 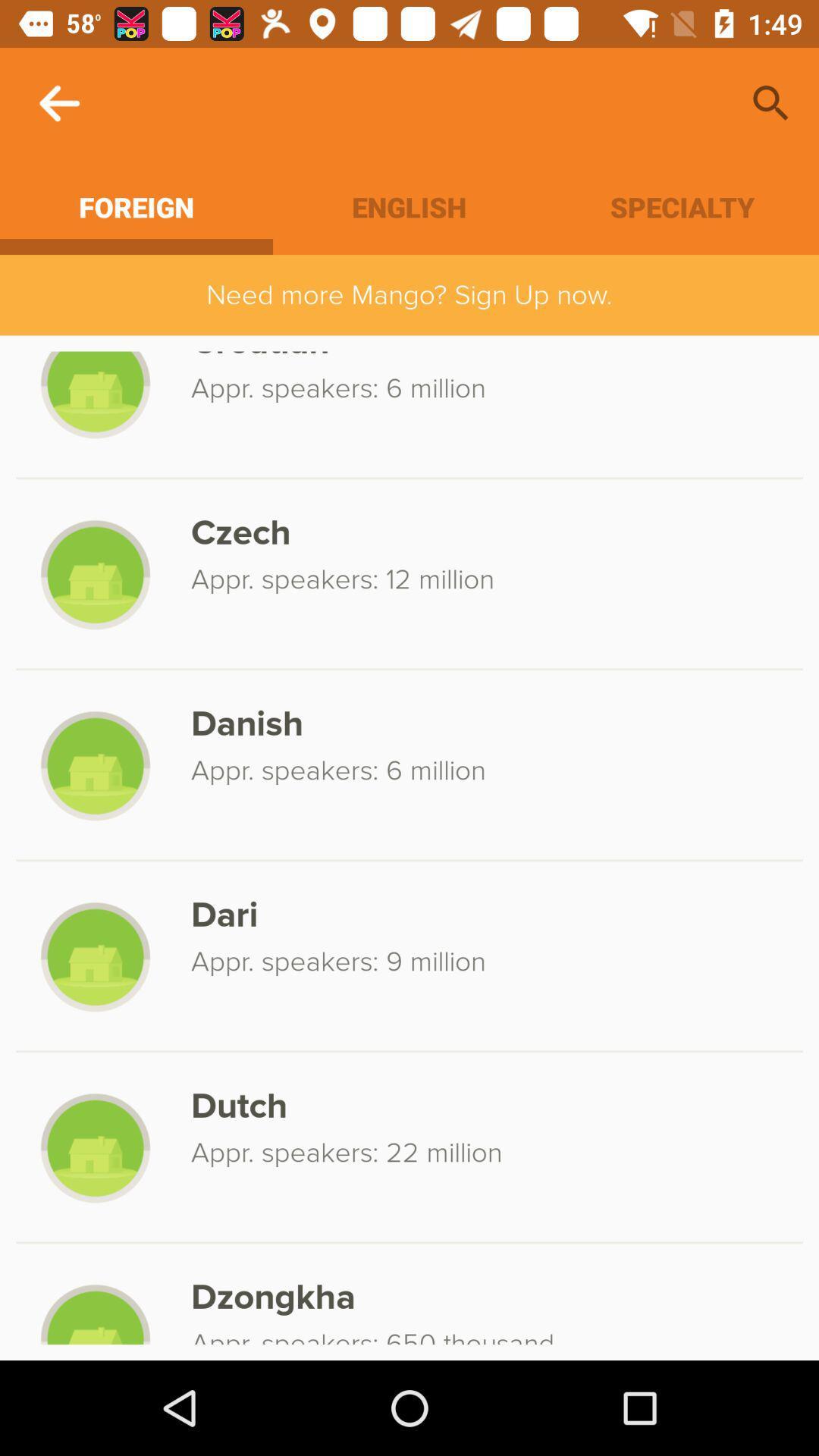 I want to click on need more mango, so click(x=409, y=295).